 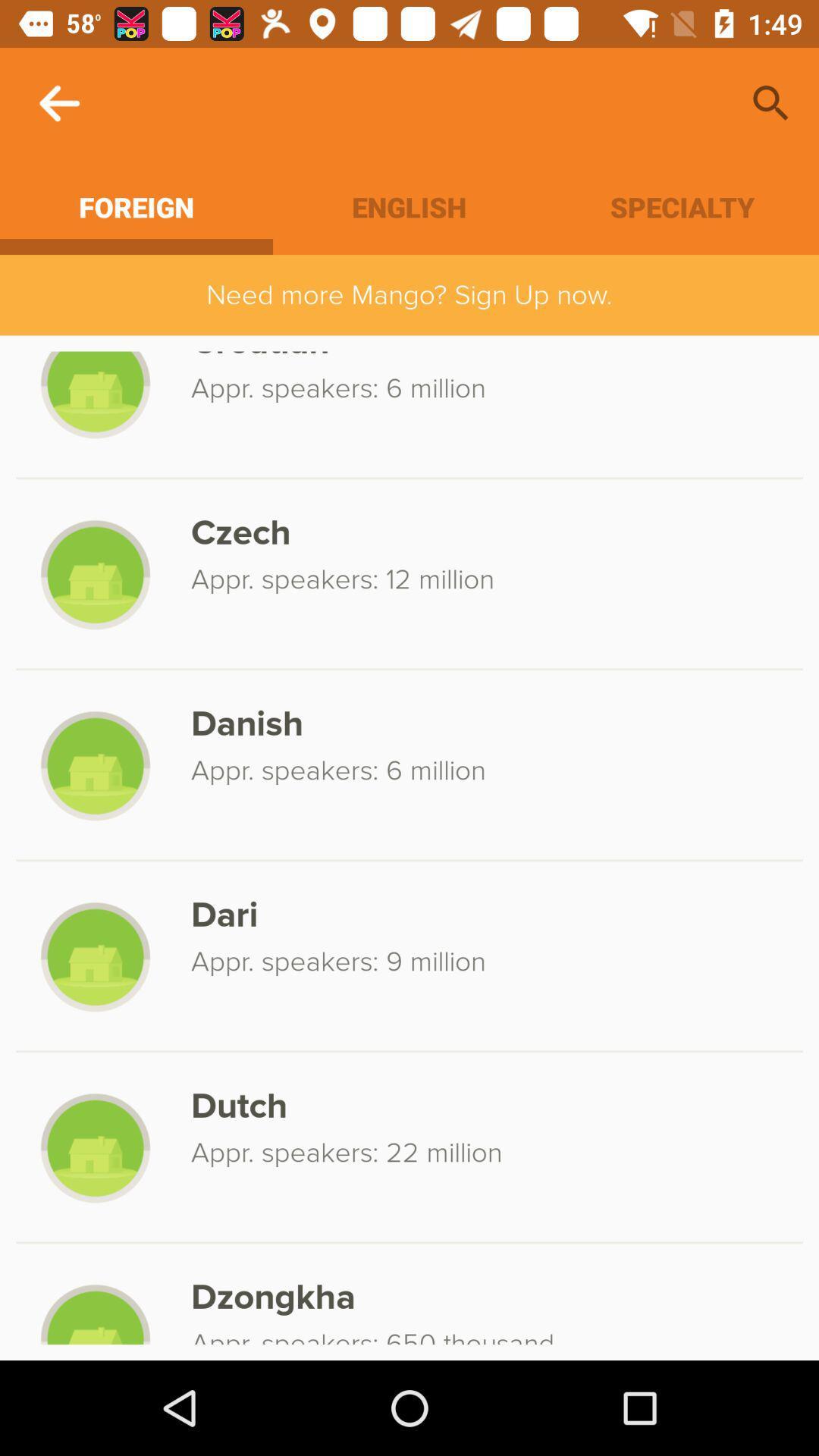 I want to click on need more mango, so click(x=409, y=295).